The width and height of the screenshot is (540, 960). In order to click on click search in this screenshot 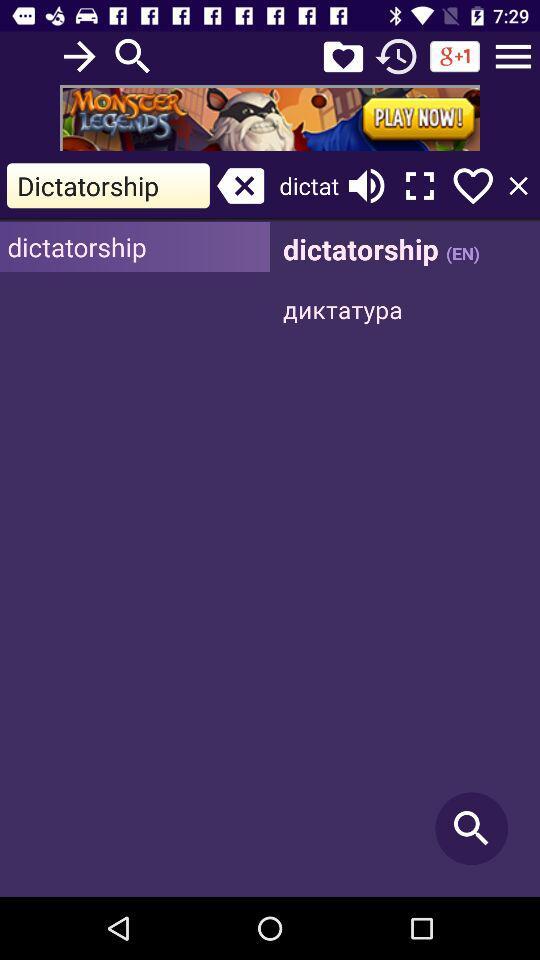, I will do `click(405, 559)`.